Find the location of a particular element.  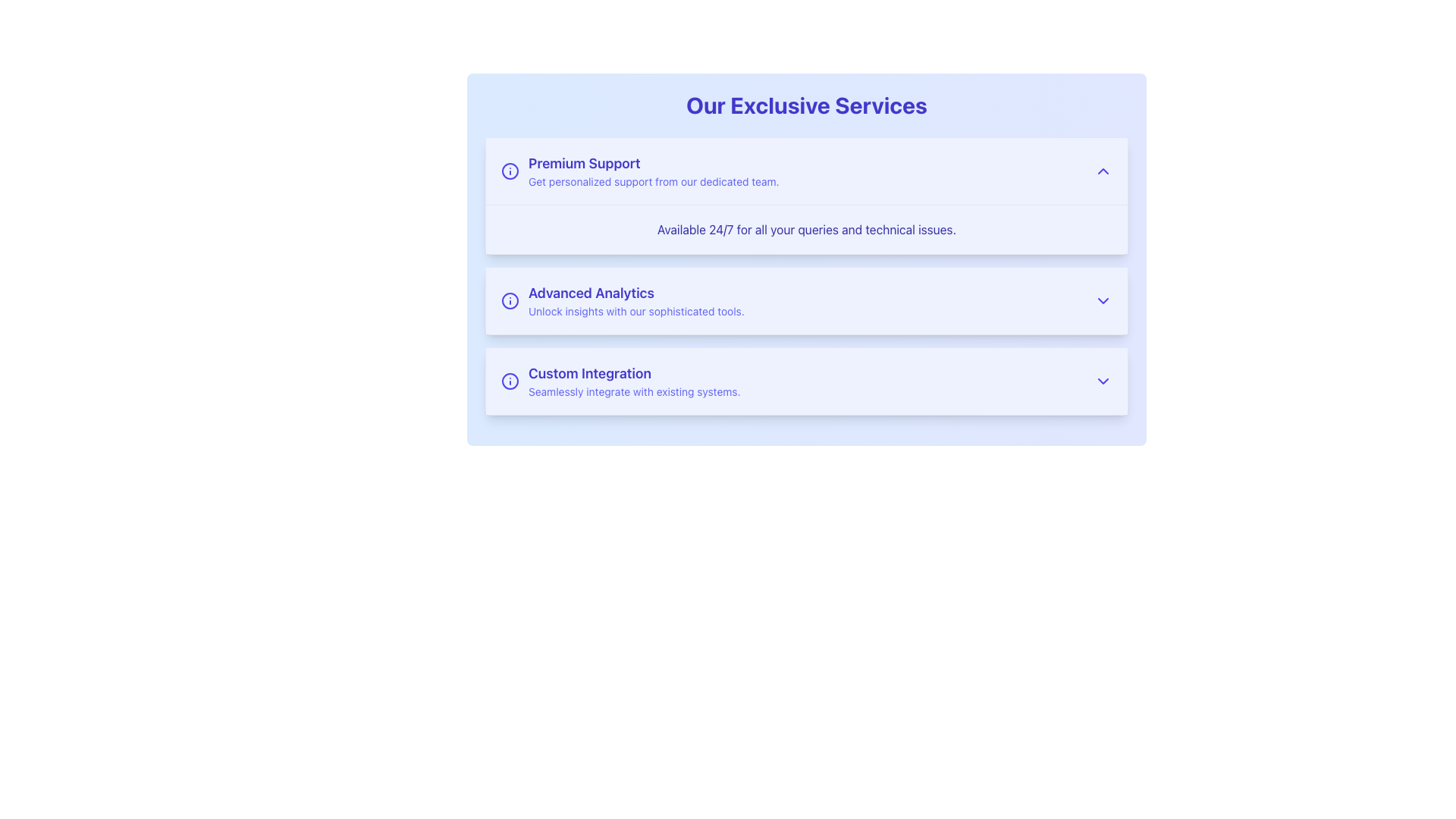

text displayed in the Text Label element that shows 'Our Exclusive Services' in bold, large-sized typography is located at coordinates (806, 104).